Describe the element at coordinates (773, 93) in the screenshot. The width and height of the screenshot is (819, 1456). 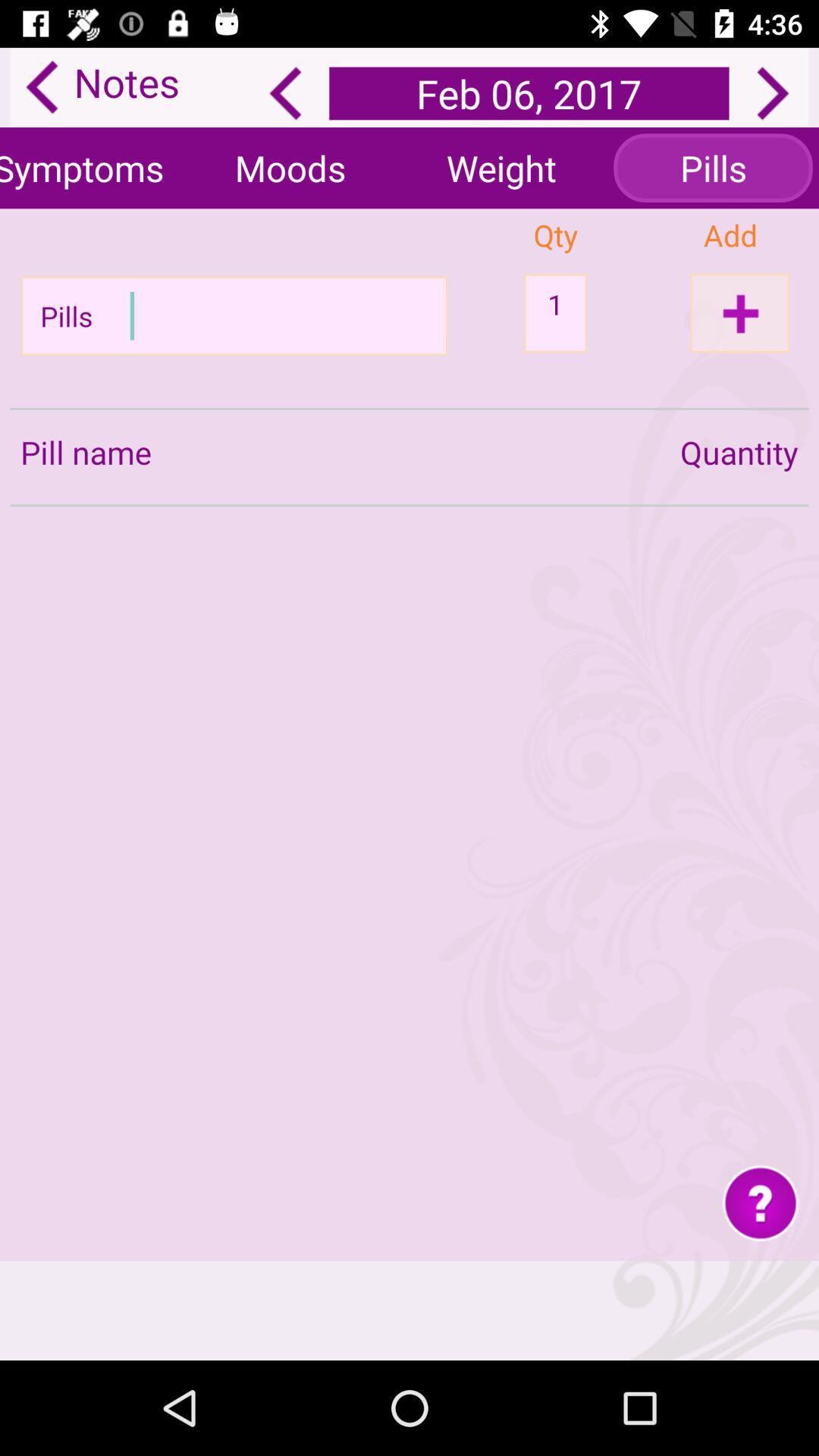
I see `the arrow_forward icon` at that location.